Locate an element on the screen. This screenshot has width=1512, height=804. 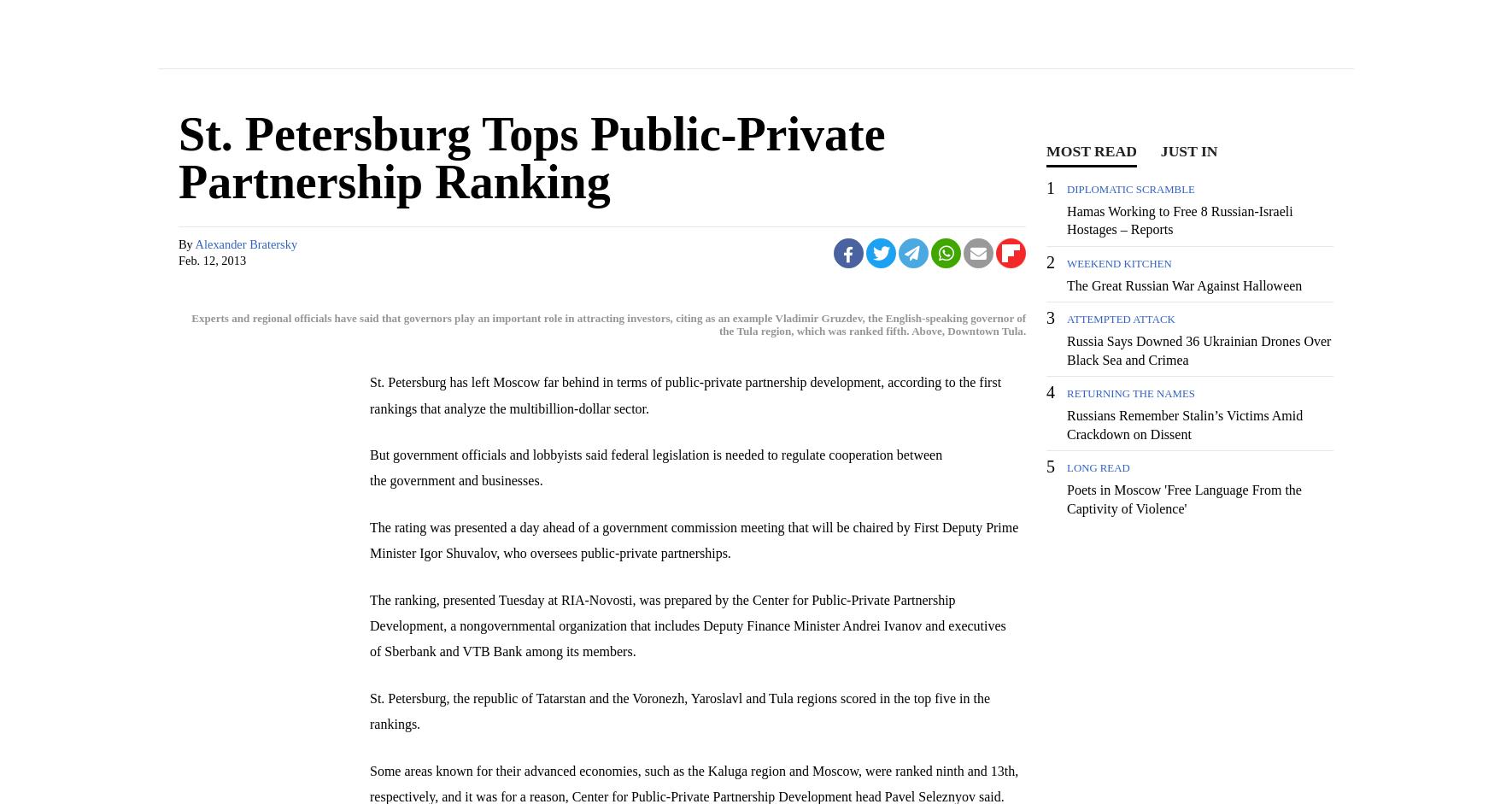
'The rating was presented a day ahead of a government commission meeting that will be chaired by First Deputy Prime Minister Igor Shuvalov, who oversees public-private partnerships.' is located at coordinates (694, 539).